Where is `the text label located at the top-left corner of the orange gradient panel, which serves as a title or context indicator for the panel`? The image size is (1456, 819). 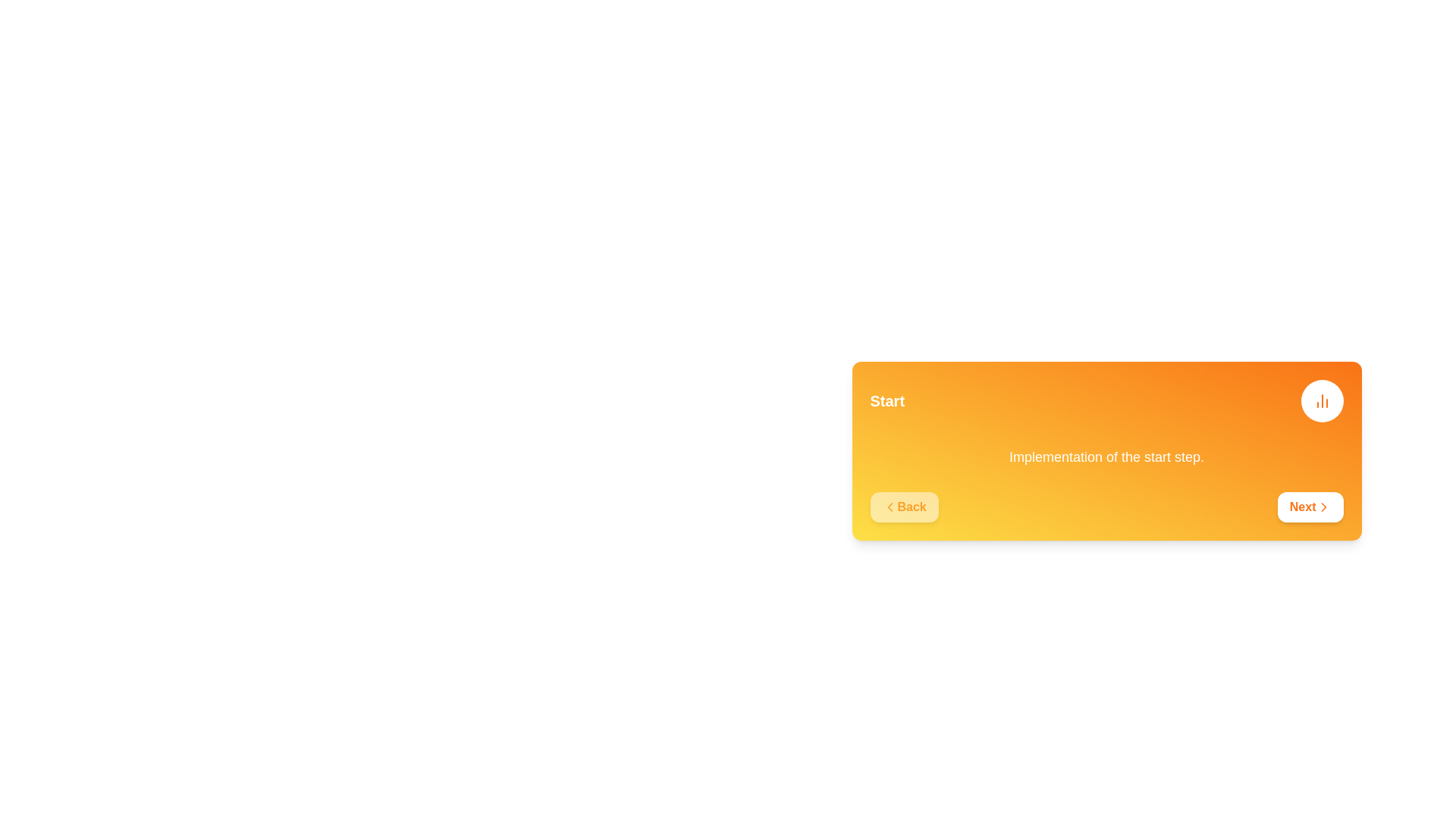 the text label located at the top-left corner of the orange gradient panel, which serves as a title or context indicator for the panel is located at coordinates (887, 400).